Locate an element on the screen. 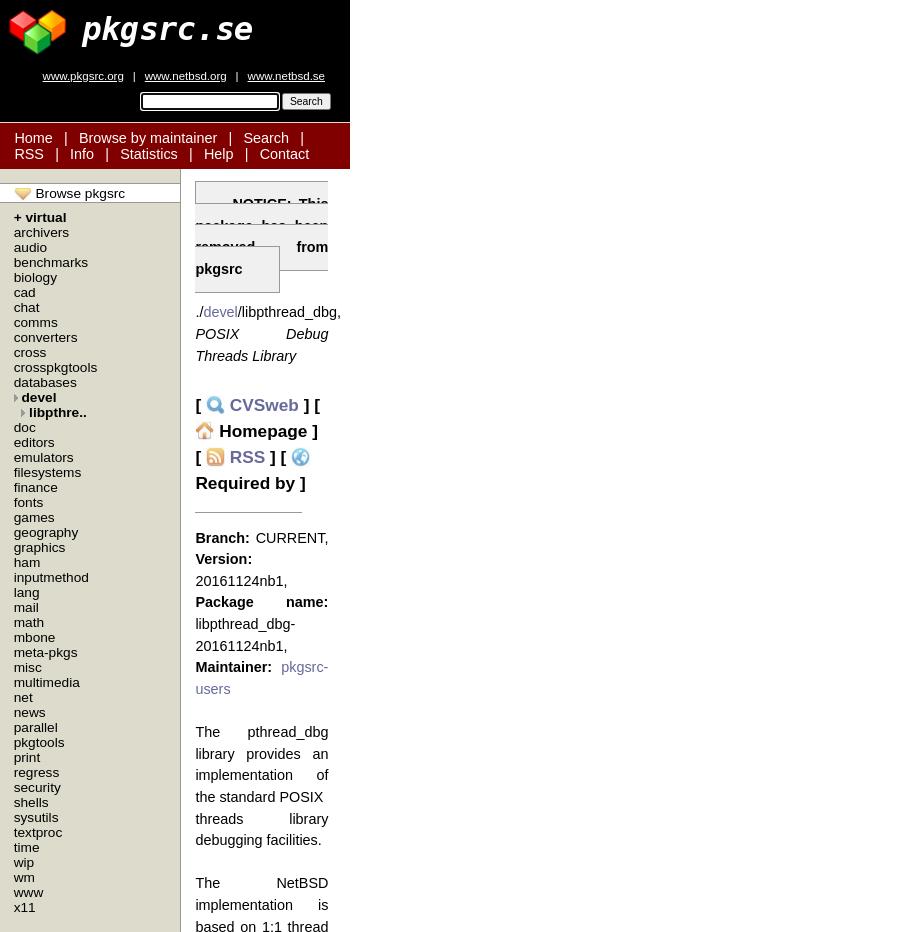 This screenshot has height=932, width=904. 'threads library debugging facilities.' is located at coordinates (260, 828).